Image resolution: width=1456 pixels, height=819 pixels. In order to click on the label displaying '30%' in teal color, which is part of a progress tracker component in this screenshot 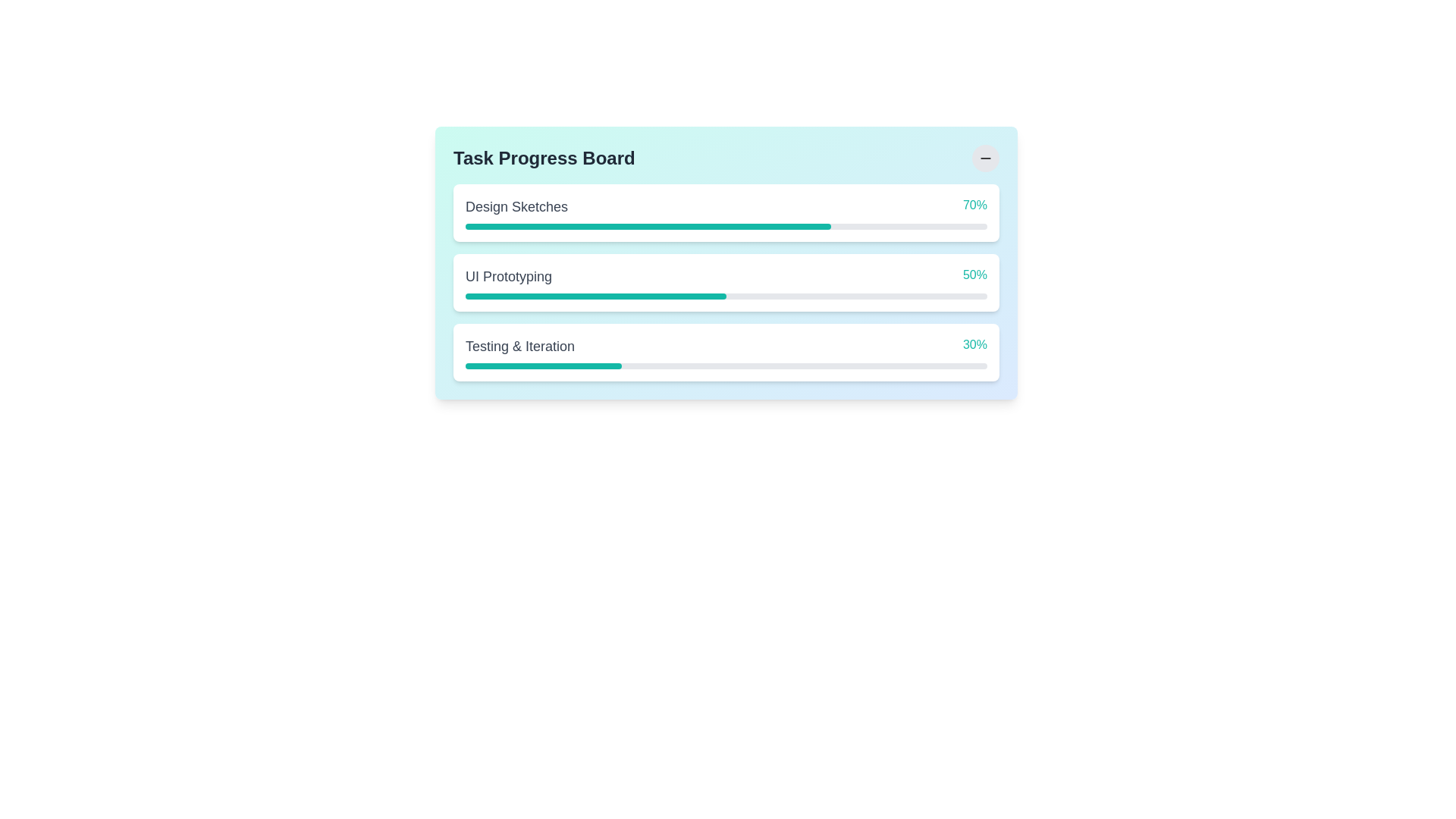, I will do `click(975, 346)`.